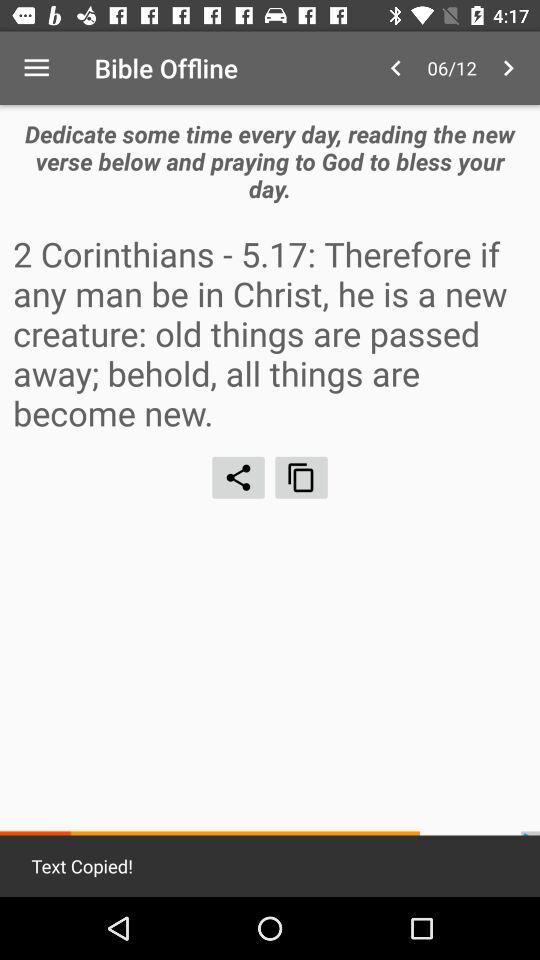 This screenshot has width=540, height=960. I want to click on item to the right of the 06/12 icon, so click(508, 68).